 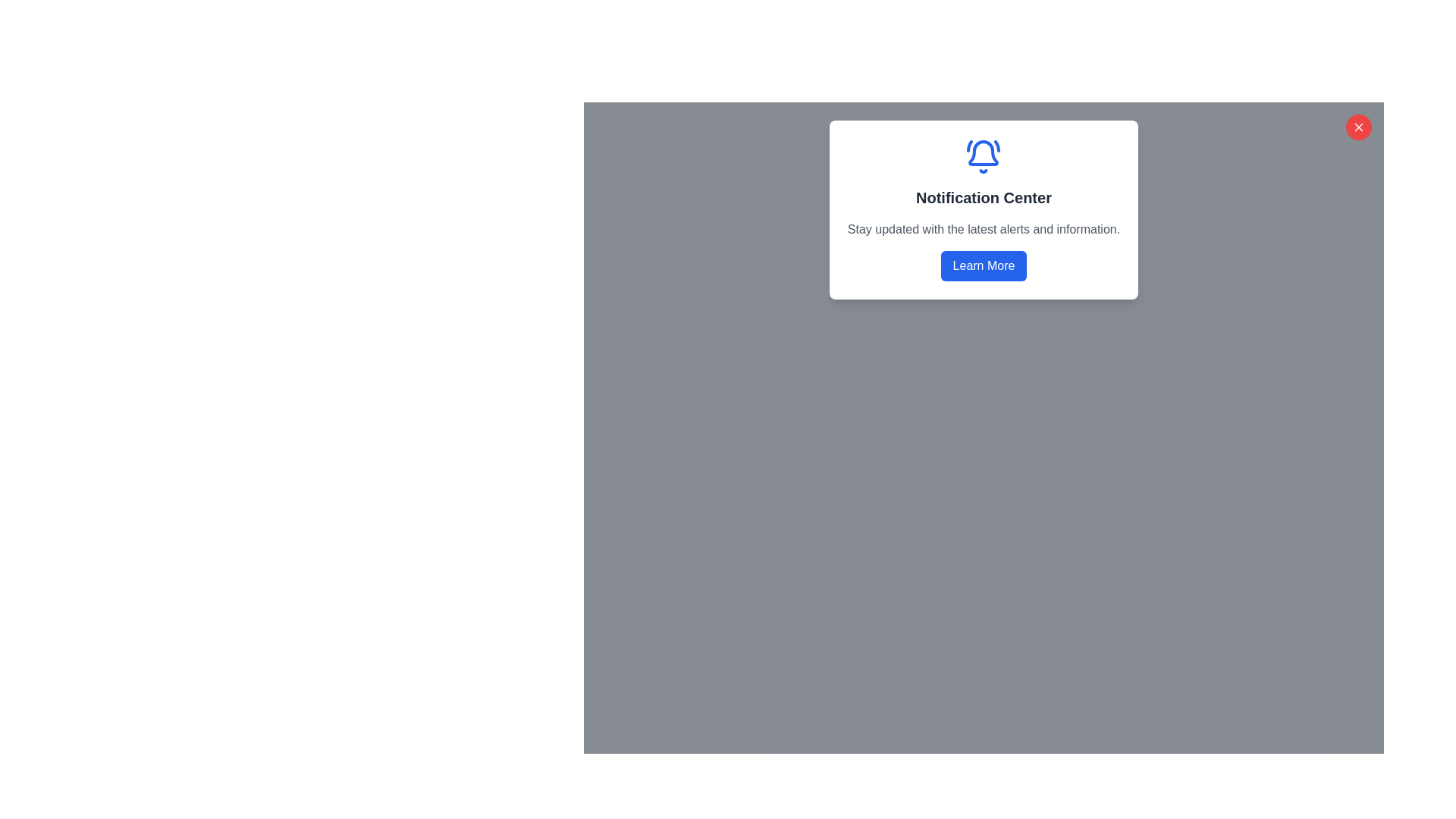 What do you see at coordinates (1358, 127) in the screenshot?
I see `the Close Icon located at the top-right corner of the modal dialog box next to 'Notification Center'` at bounding box center [1358, 127].